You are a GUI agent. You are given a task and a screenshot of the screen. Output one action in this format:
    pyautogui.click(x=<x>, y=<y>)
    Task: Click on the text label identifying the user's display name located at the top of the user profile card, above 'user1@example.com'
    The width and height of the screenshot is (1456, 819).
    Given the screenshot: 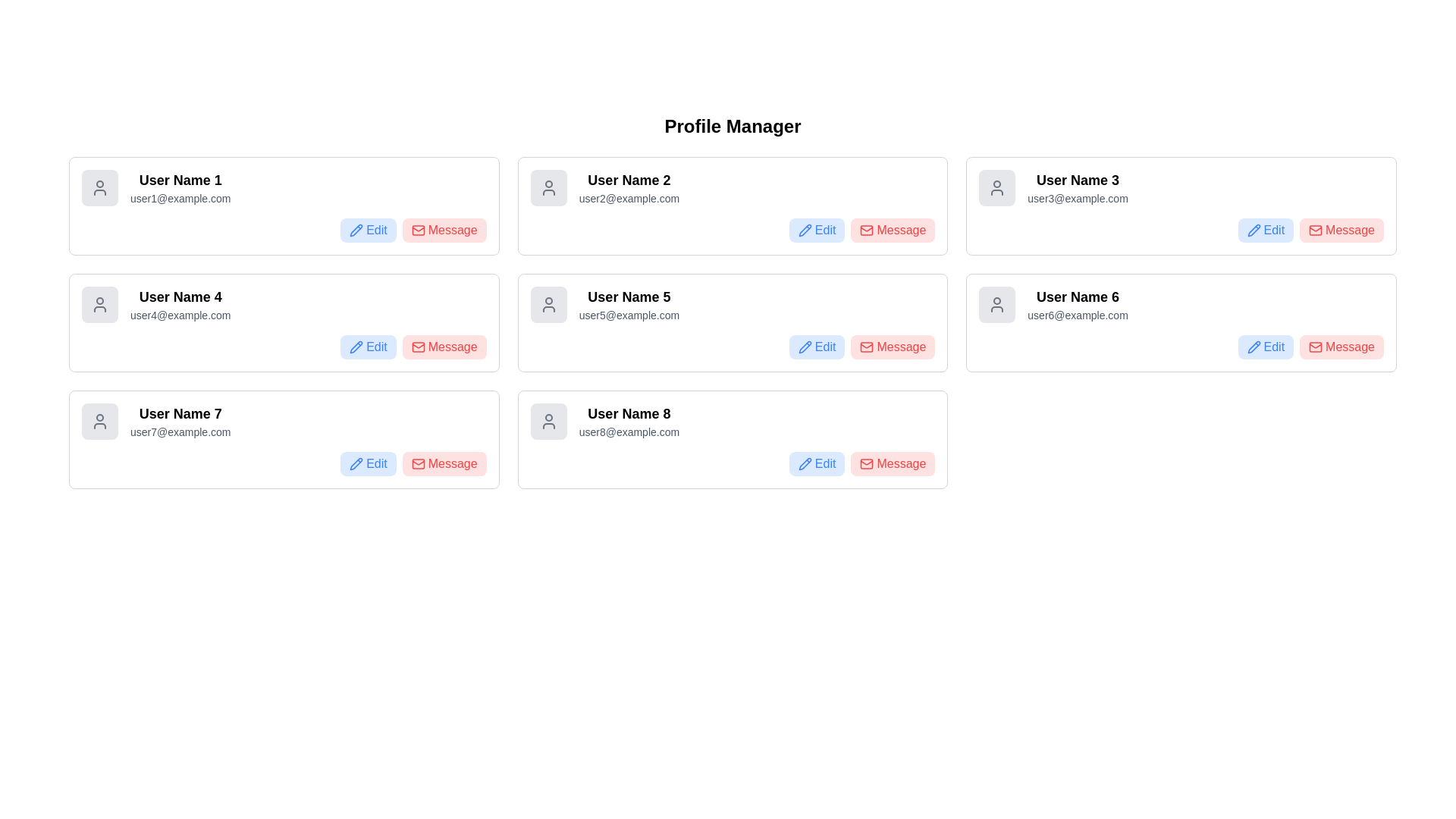 What is the action you would take?
    pyautogui.click(x=180, y=180)
    